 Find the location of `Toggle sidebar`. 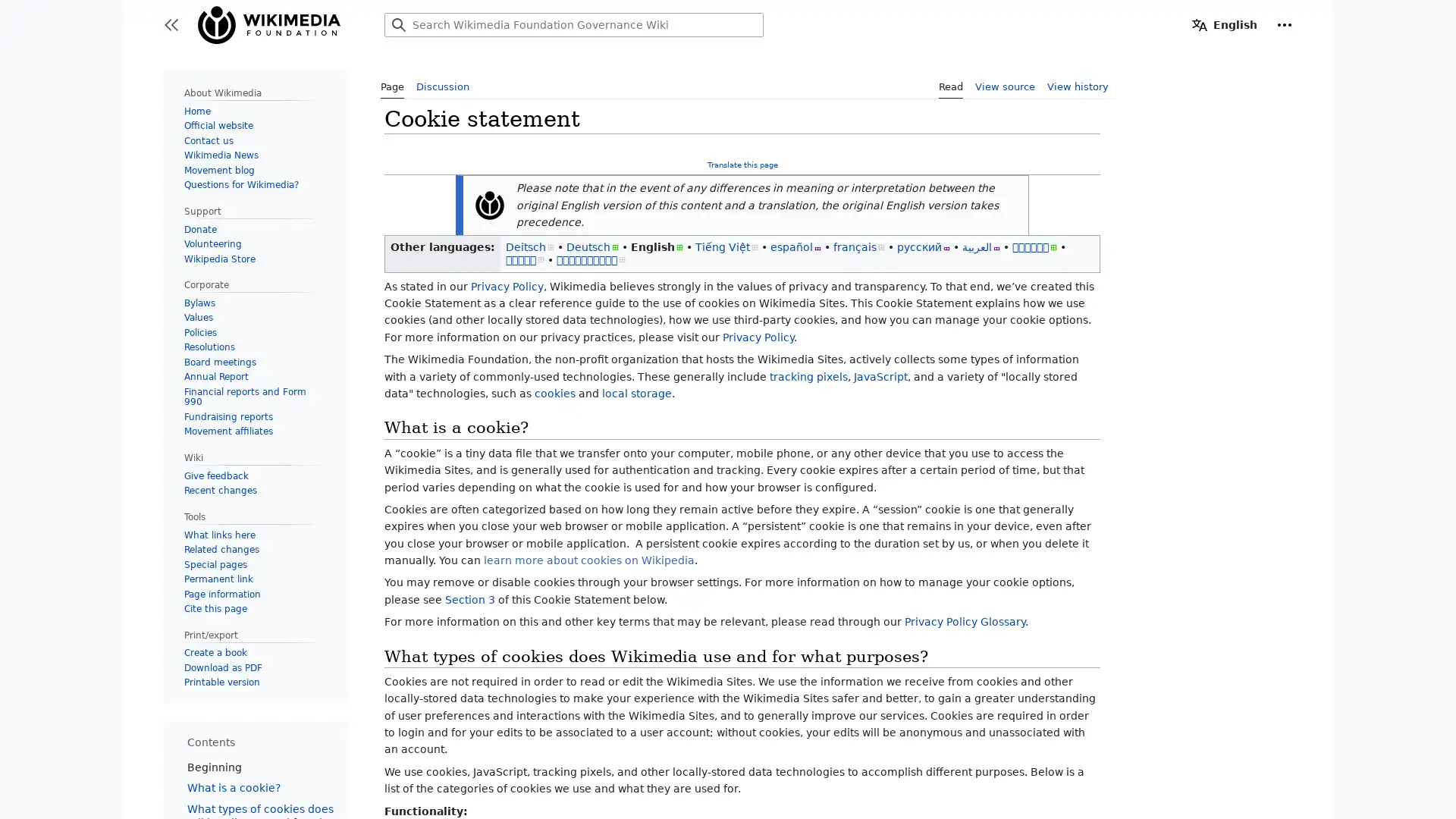

Toggle sidebar is located at coordinates (171, 25).